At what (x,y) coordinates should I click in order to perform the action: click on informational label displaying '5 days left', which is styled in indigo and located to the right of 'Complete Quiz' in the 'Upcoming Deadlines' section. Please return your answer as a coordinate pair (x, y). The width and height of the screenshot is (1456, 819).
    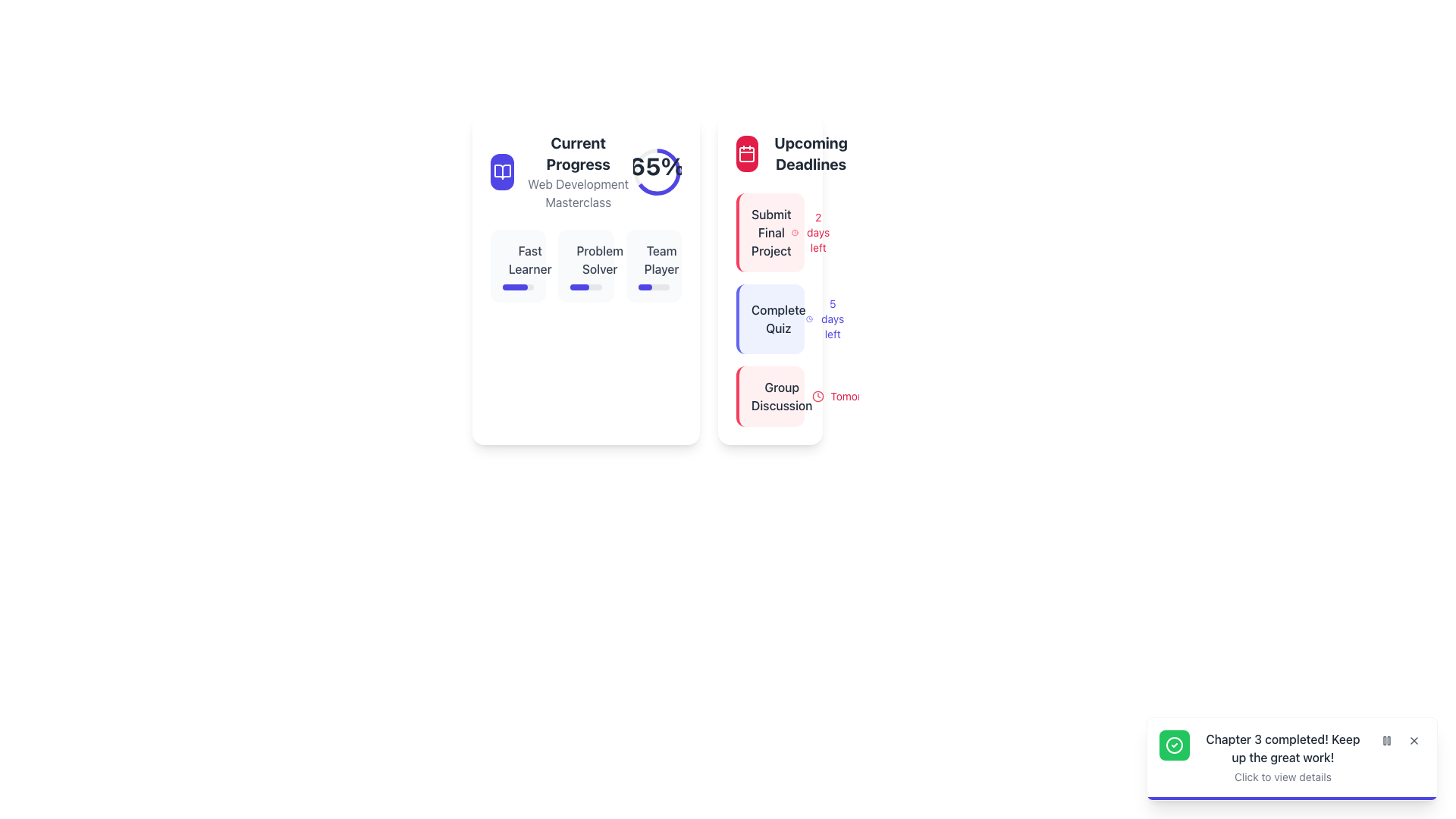
    Looking at the image, I should click on (825, 318).